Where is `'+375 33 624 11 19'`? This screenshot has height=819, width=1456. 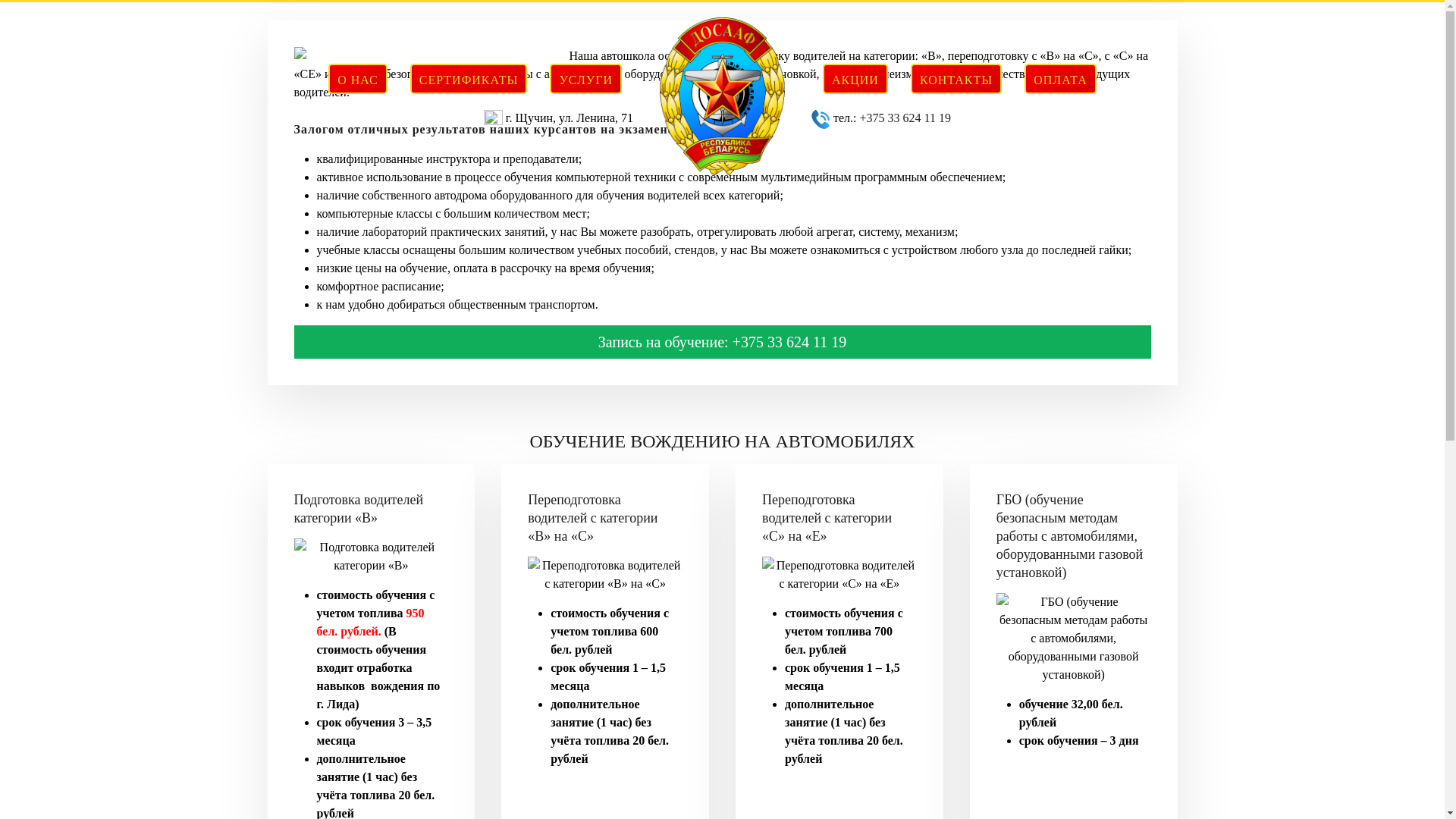 '+375 33 624 11 19' is located at coordinates (905, 117).